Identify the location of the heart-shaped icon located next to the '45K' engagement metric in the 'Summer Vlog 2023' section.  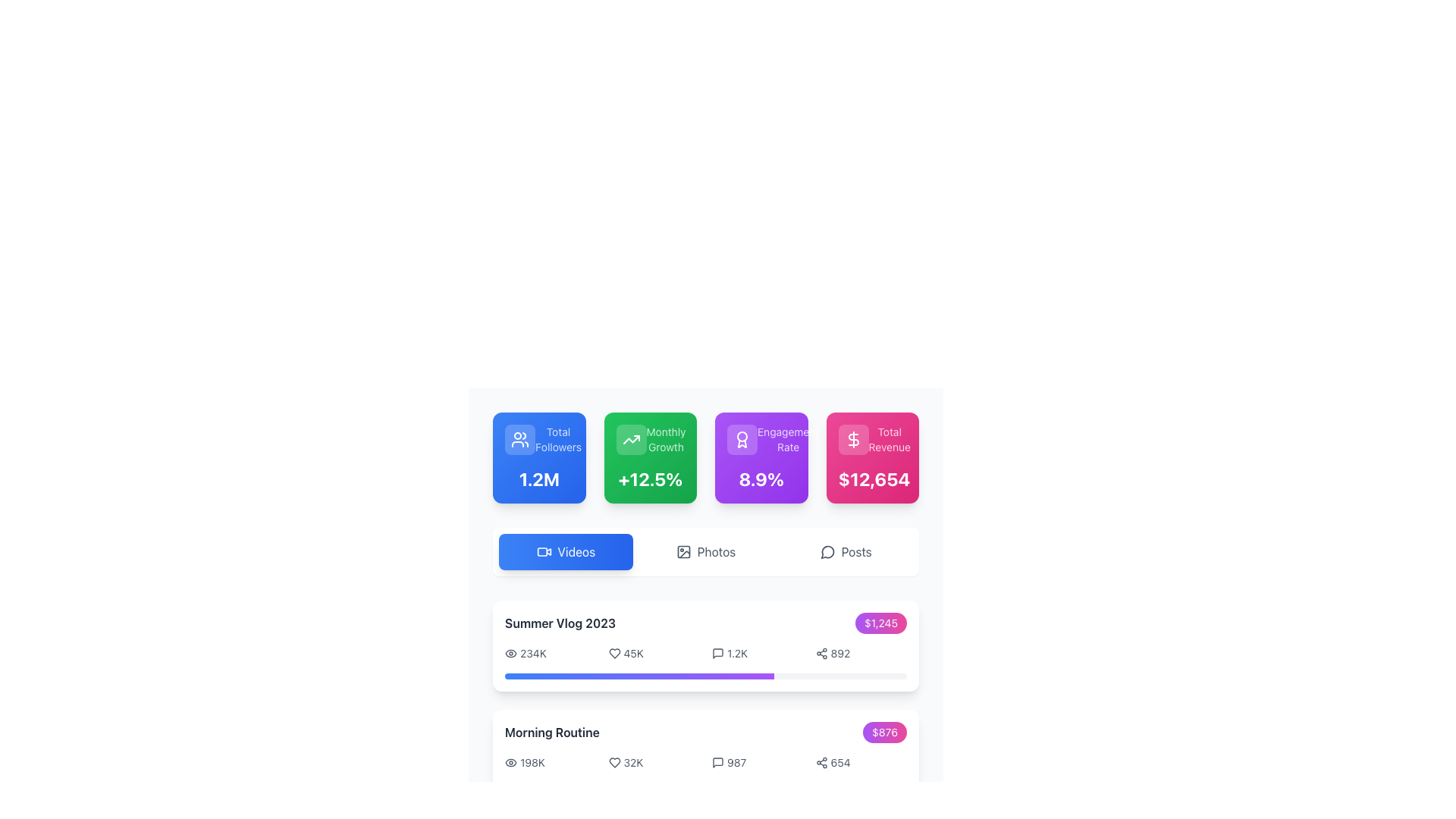
(614, 652).